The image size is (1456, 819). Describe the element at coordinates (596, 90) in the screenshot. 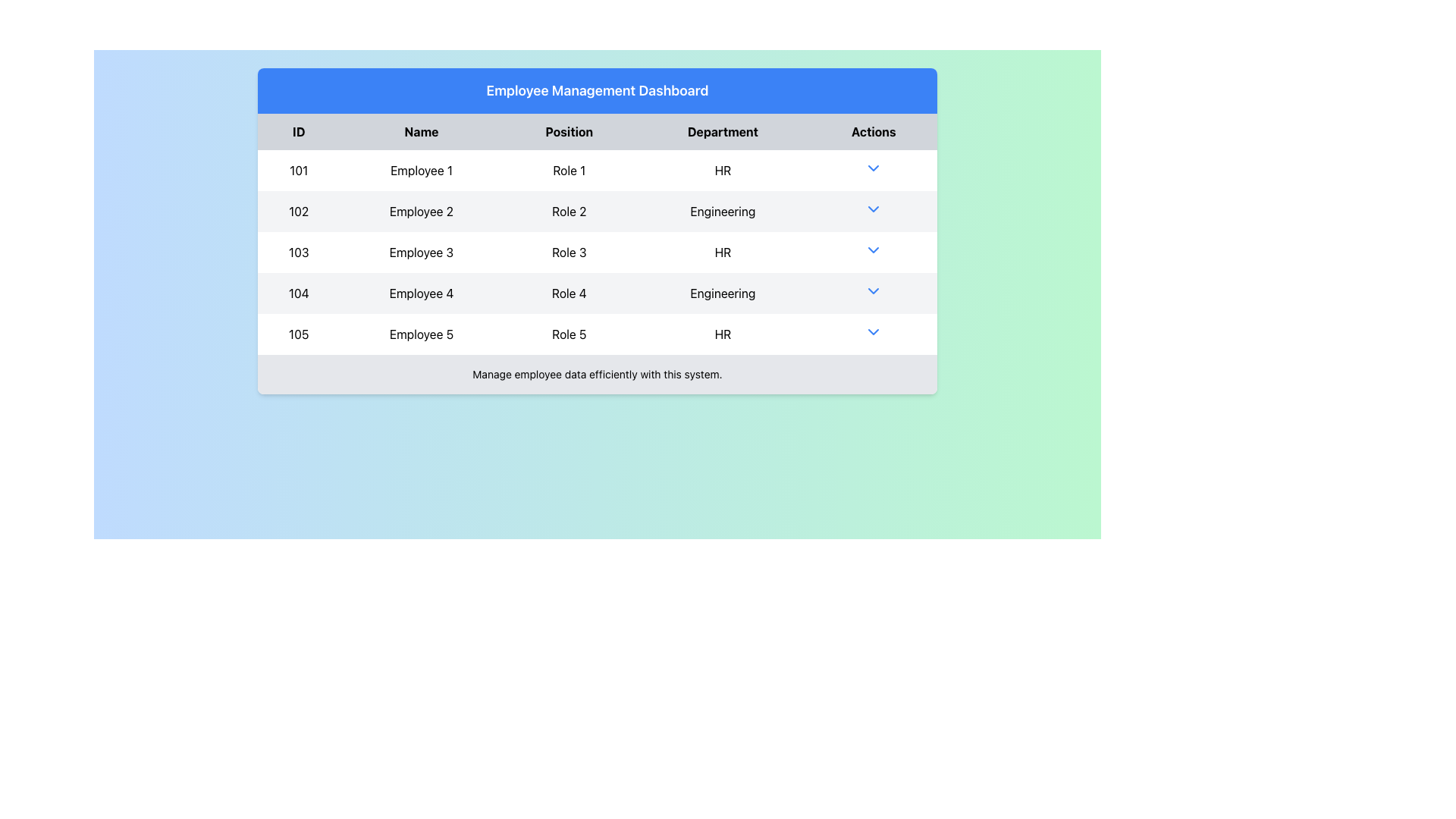

I see `the header text 'Employee Management Dashboard' which is displayed in bold, white text on a blue background, located at the top of the interface` at that location.